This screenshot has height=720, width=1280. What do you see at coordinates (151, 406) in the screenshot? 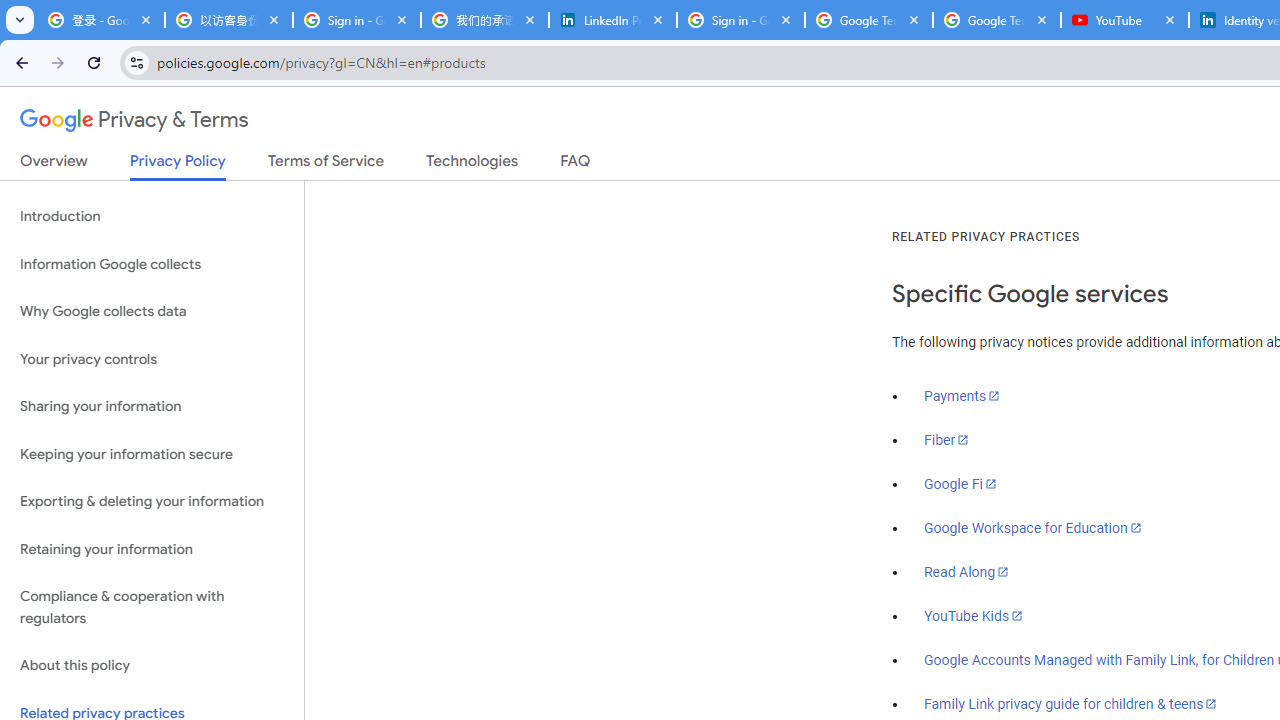
I see `'Sharing your information'` at bounding box center [151, 406].